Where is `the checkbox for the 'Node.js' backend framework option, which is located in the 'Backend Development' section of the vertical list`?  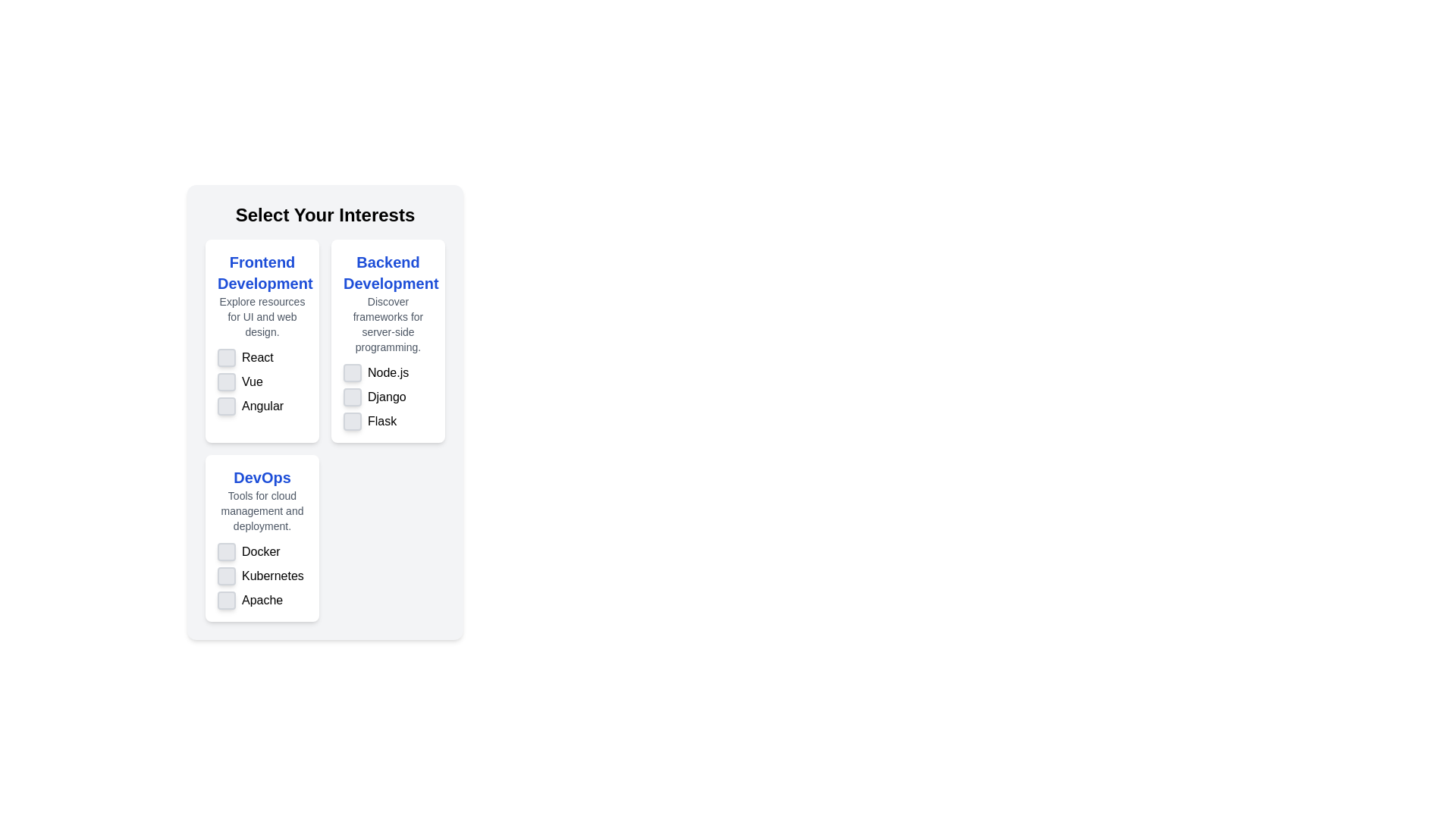
the checkbox for the 'Node.js' backend framework option, which is located in the 'Backend Development' section of the vertical list is located at coordinates (388, 373).